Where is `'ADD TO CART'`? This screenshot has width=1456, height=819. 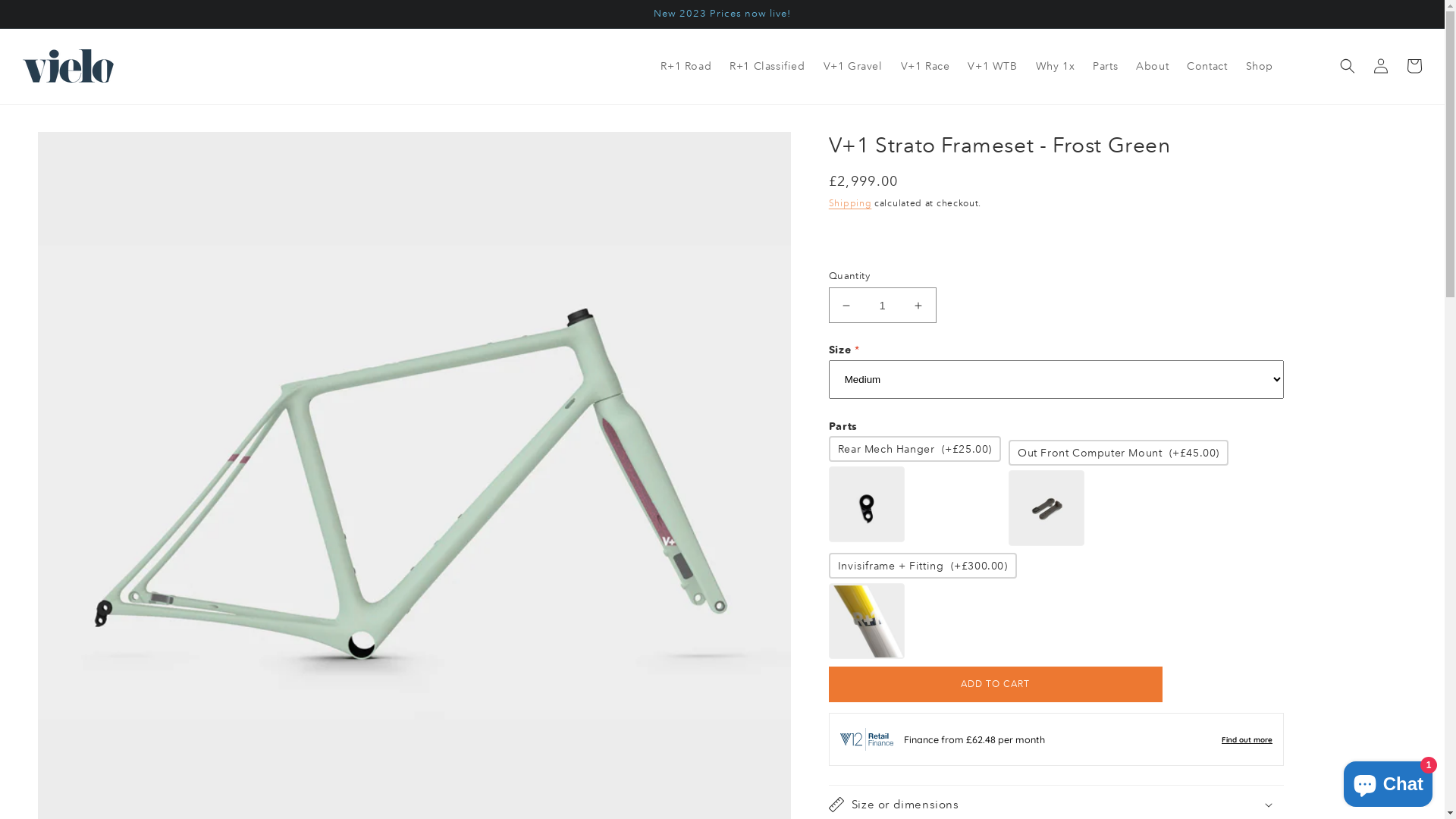
'ADD TO CART' is located at coordinates (996, 684).